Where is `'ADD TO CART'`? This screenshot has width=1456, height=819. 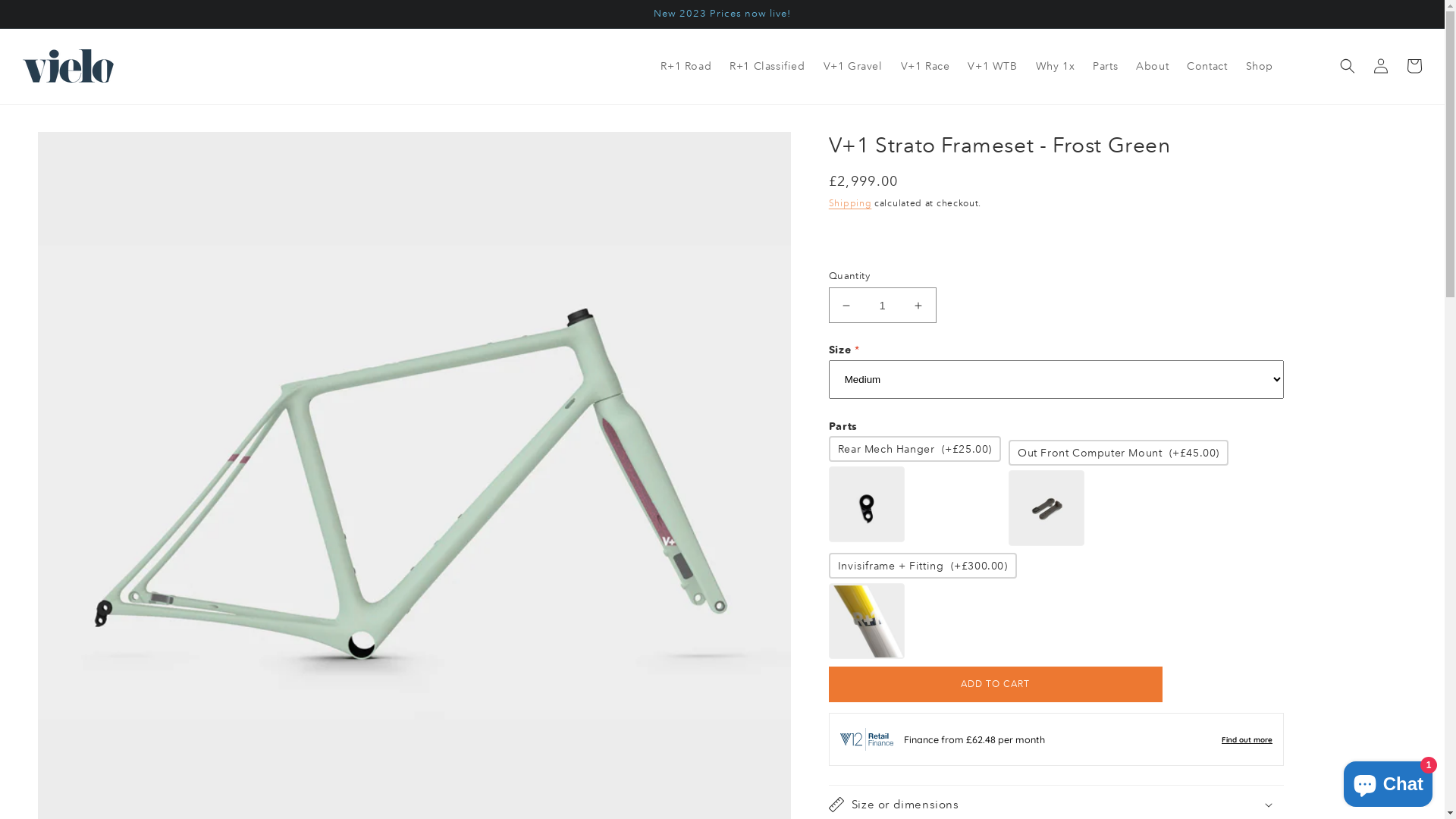
'ADD TO CART' is located at coordinates (996, 684).